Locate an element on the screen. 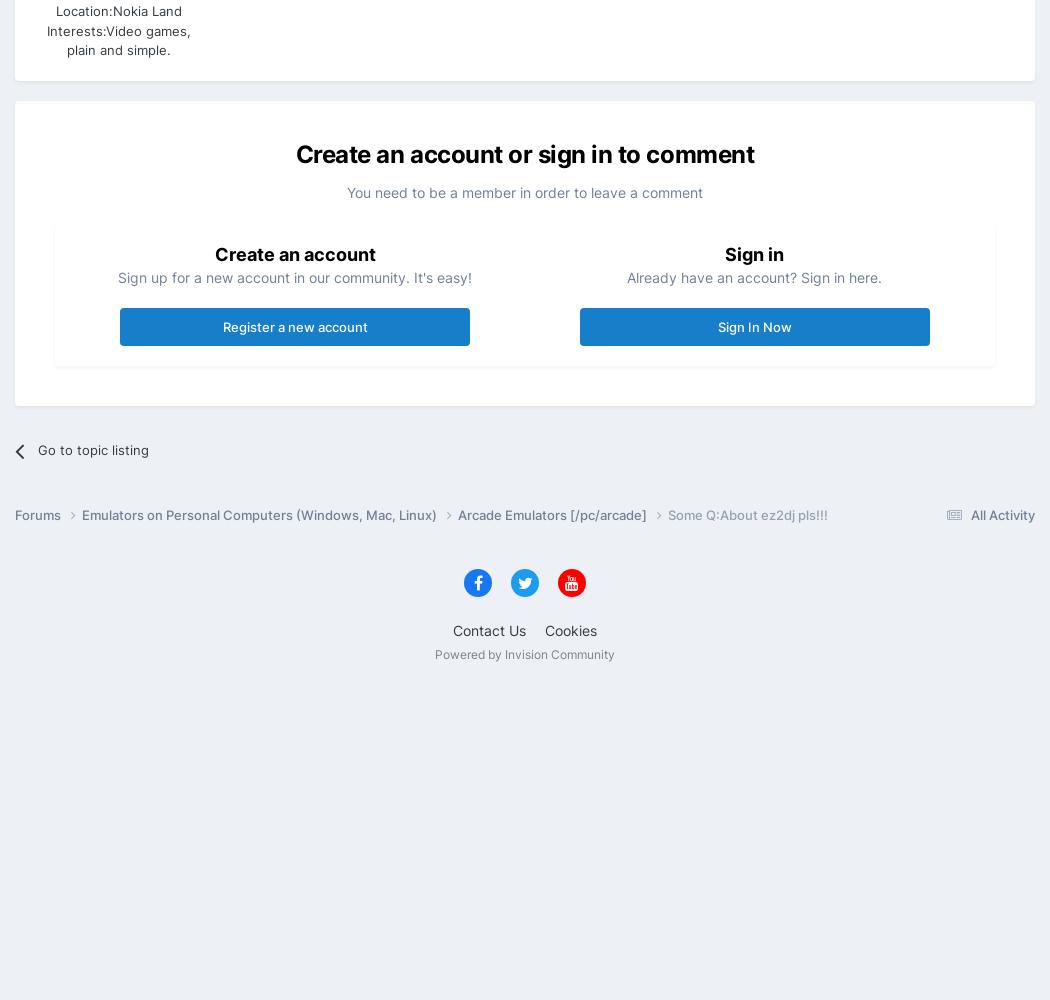  'Already have an account? Sign in here.' is located at coordinates (754, 276).